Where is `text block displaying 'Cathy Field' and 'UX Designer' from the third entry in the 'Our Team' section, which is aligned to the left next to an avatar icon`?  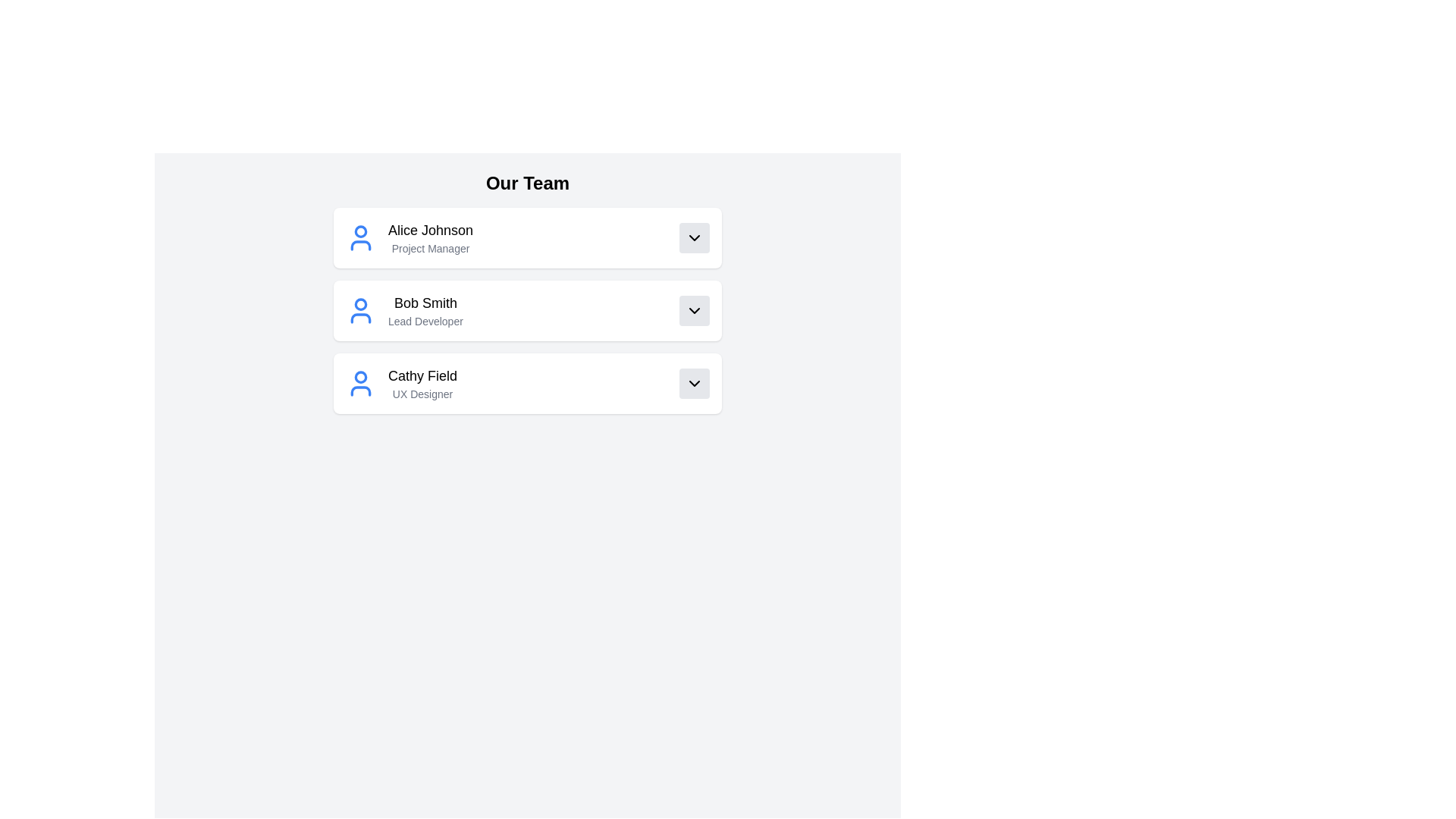
text block displaying 'Cathy Field' and 'UX Designer' from the third entry in the 'Our Team' section, which is aligned to the left next to an avatar icon is located at coordinates (422, 382).